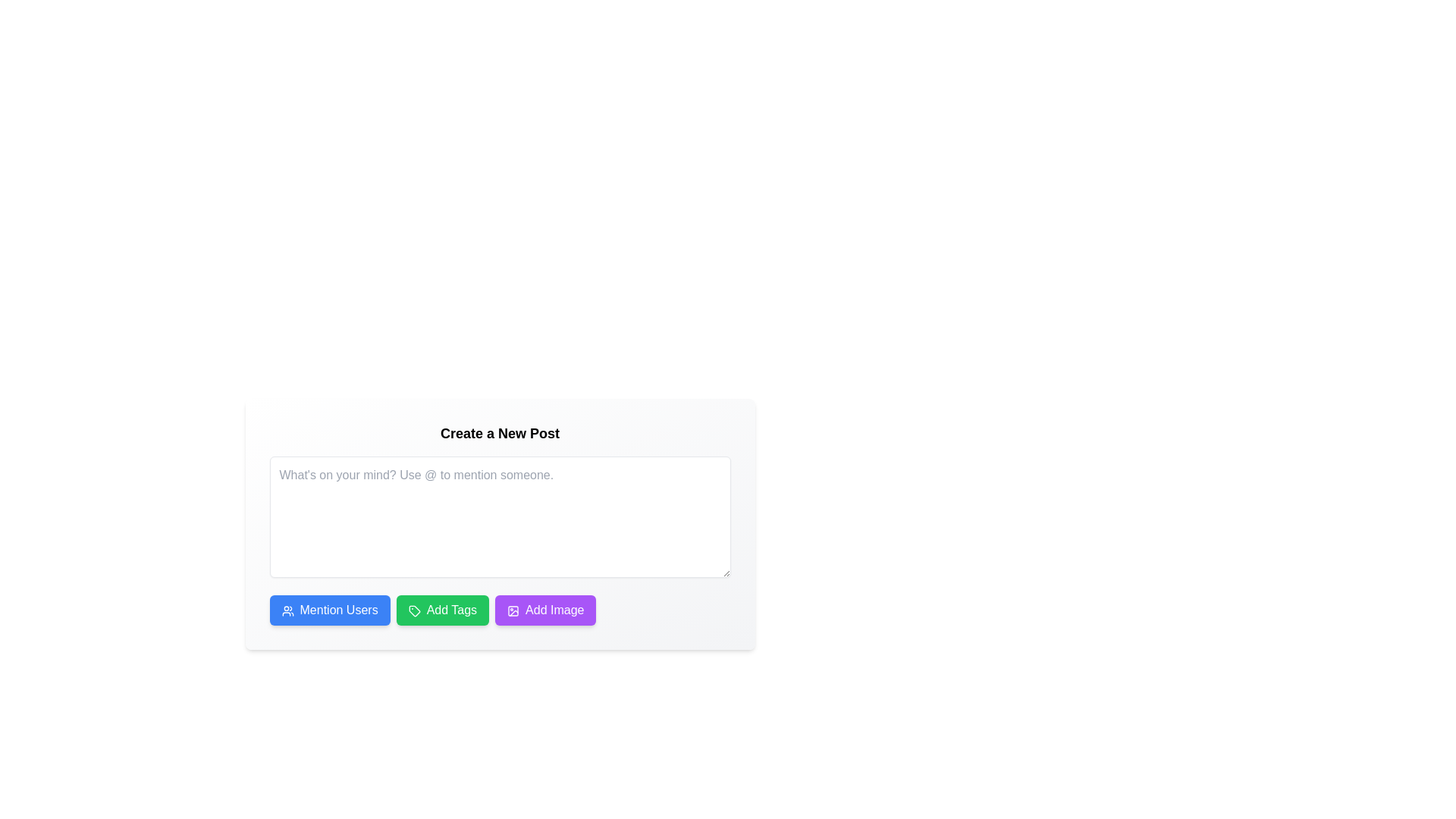 This screenshot has width=1456, height=819. I want to click on the button that triggers an action for adding an image, located as the third and rightmost button in a horizontal group of three buttons at the bottom right of a text entry field, so click(545, 610).